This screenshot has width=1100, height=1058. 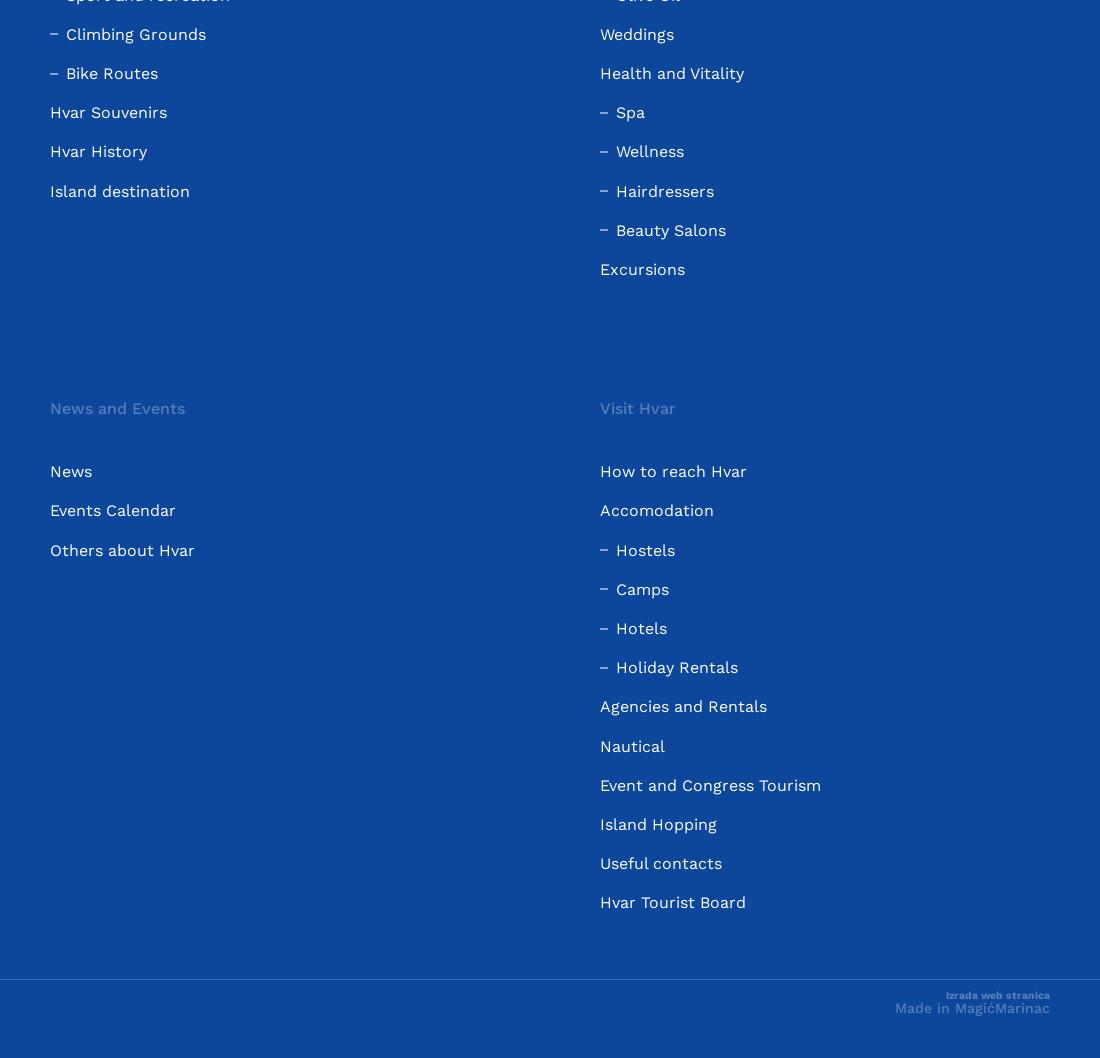 I want to click on 'Others about Hvar', so click(x=122, y=549).